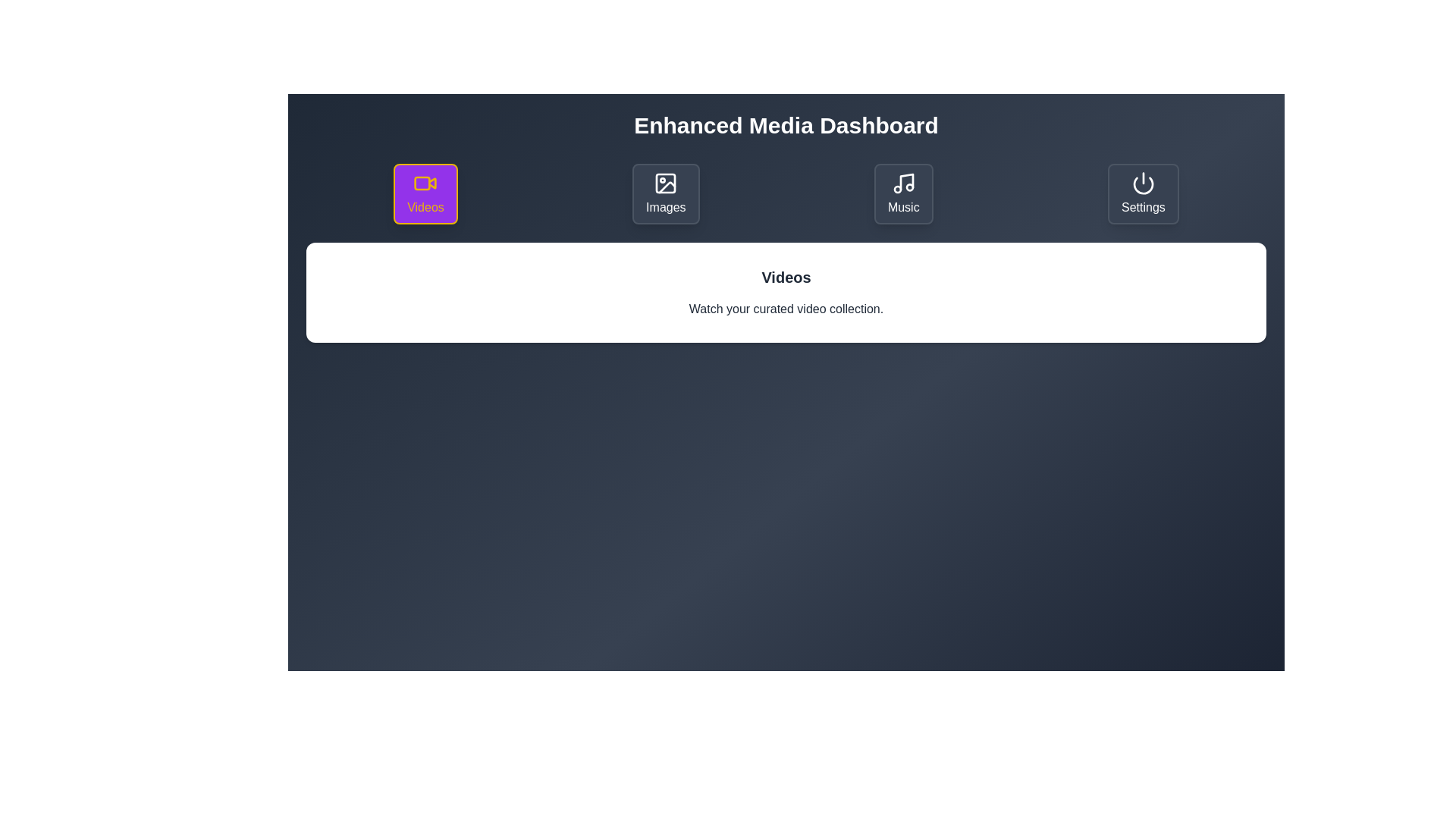 This screenshot has height=819, width=1456. What do you see at coordinates (425, 193) in the screenshot?
I see `the Videos tab to switch to its content` at bounding box center [425, 193].